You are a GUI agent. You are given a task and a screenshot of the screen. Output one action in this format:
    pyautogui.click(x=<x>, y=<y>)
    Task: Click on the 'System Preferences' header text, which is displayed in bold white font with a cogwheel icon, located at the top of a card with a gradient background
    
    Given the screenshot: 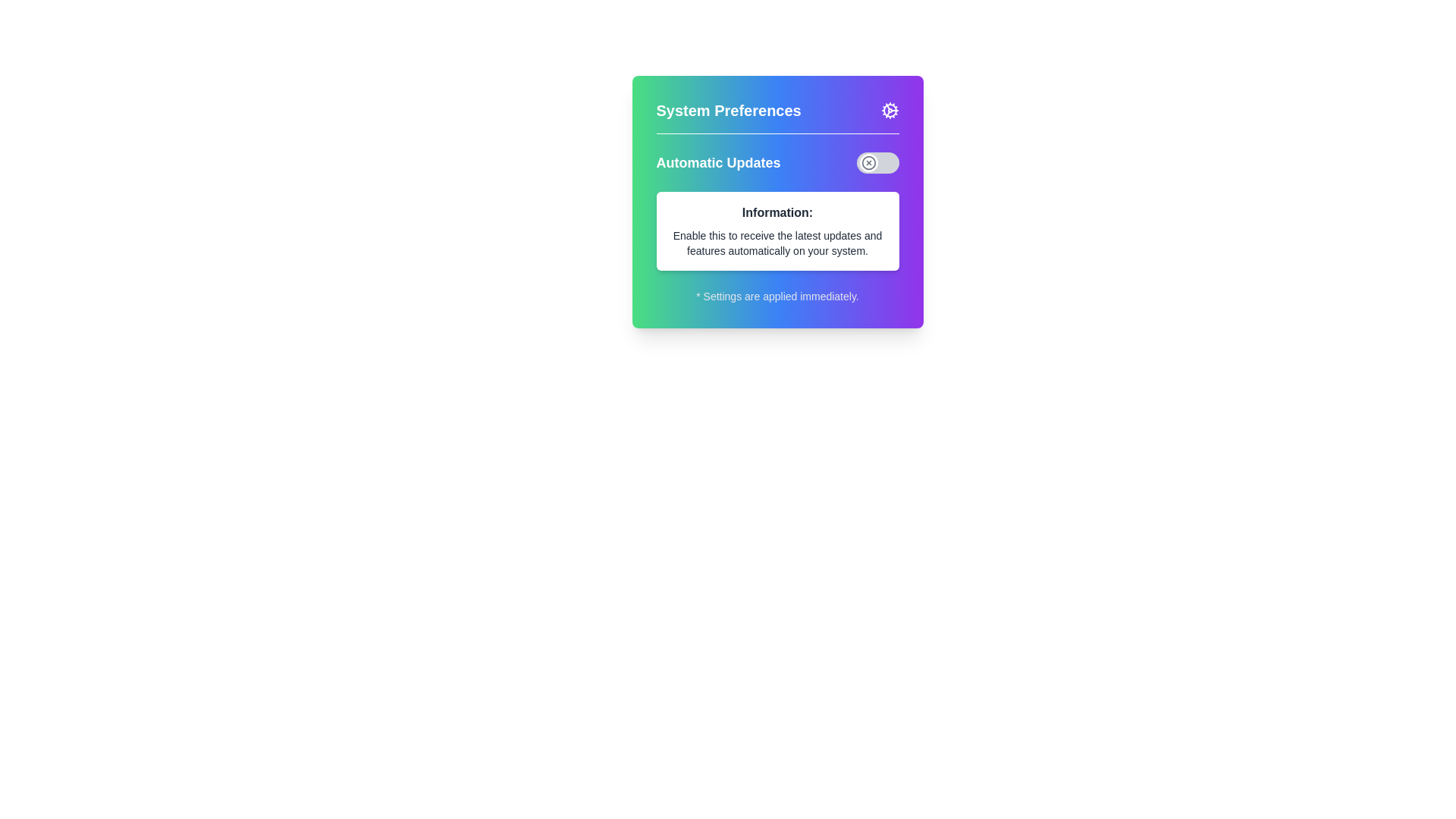 What is the action you would take?
    pyautogui.click(x=777, y=116)
    